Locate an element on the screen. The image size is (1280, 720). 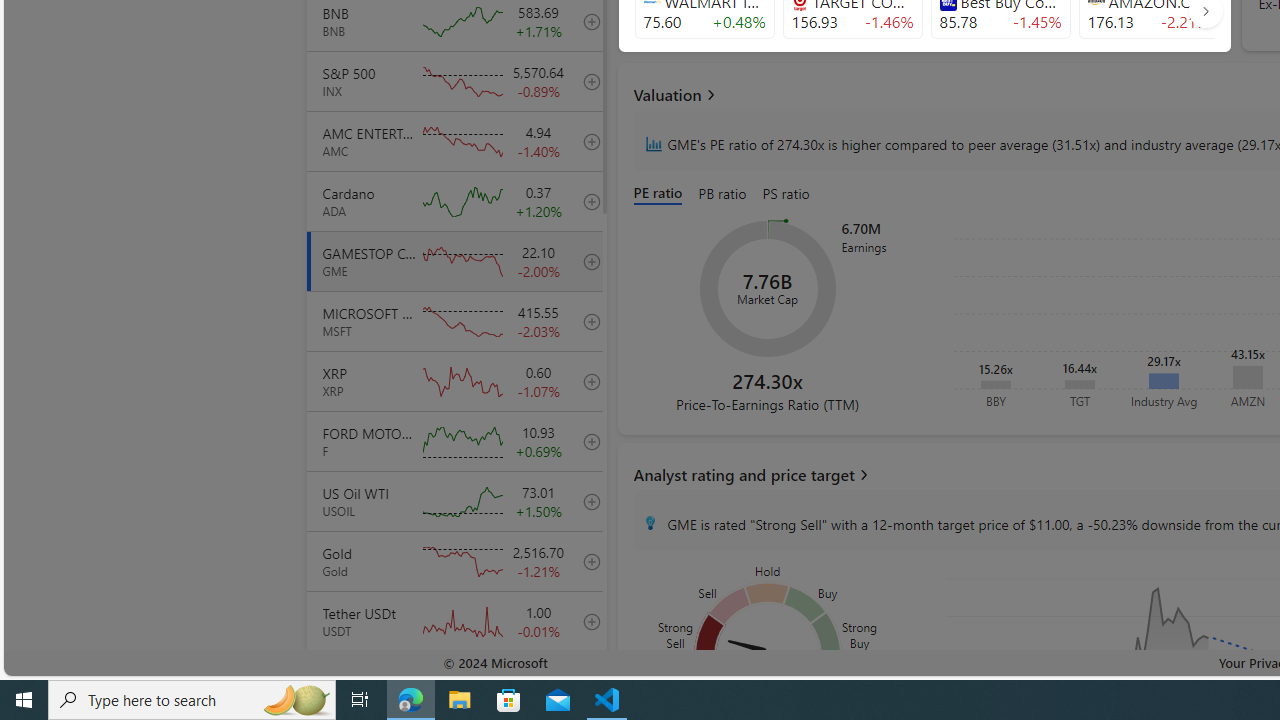
'AutomationID: finance_carousel_navi_arrow' is located at coordinates (1204, 10).